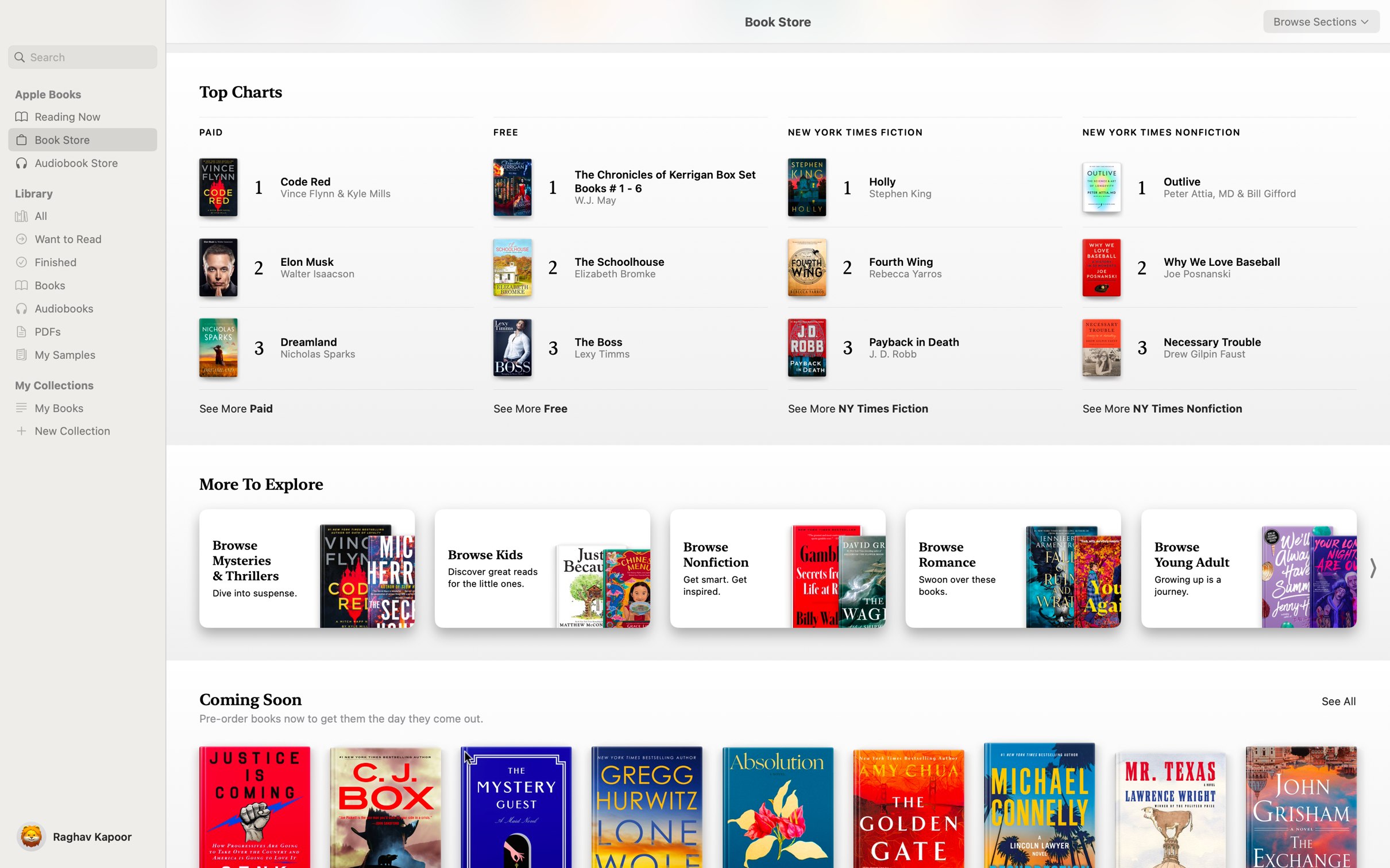 Image resolution: width=1390 pixels, height=868 pixels. Describe the element at coordinates (1207, 187) in the screenshot. I see `and peruse "Outlive" from the NY Times Notifications` at that location.